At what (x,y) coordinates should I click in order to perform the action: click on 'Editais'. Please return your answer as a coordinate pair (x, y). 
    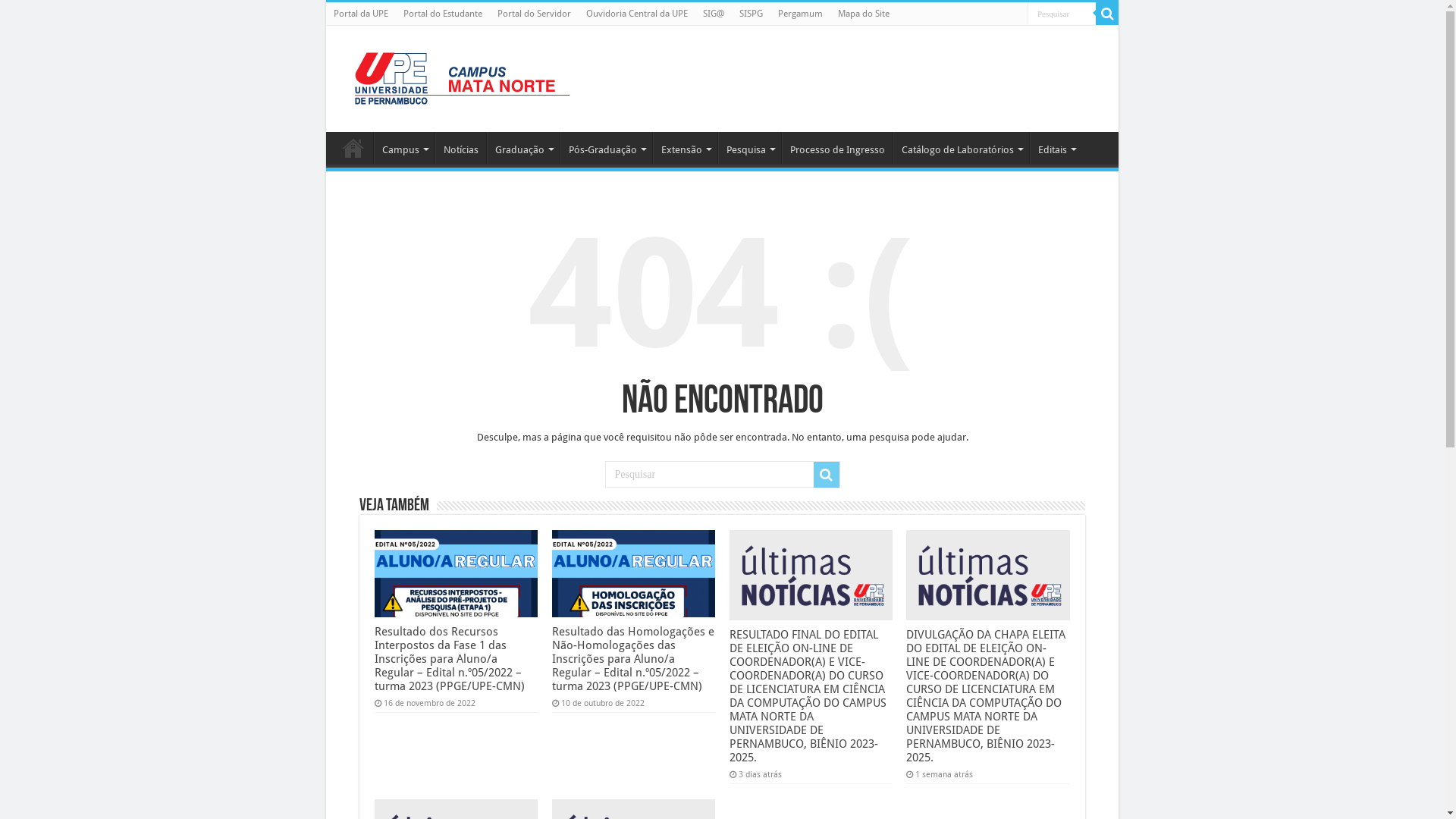
    Looking at the image, I should click on (1055, 148).